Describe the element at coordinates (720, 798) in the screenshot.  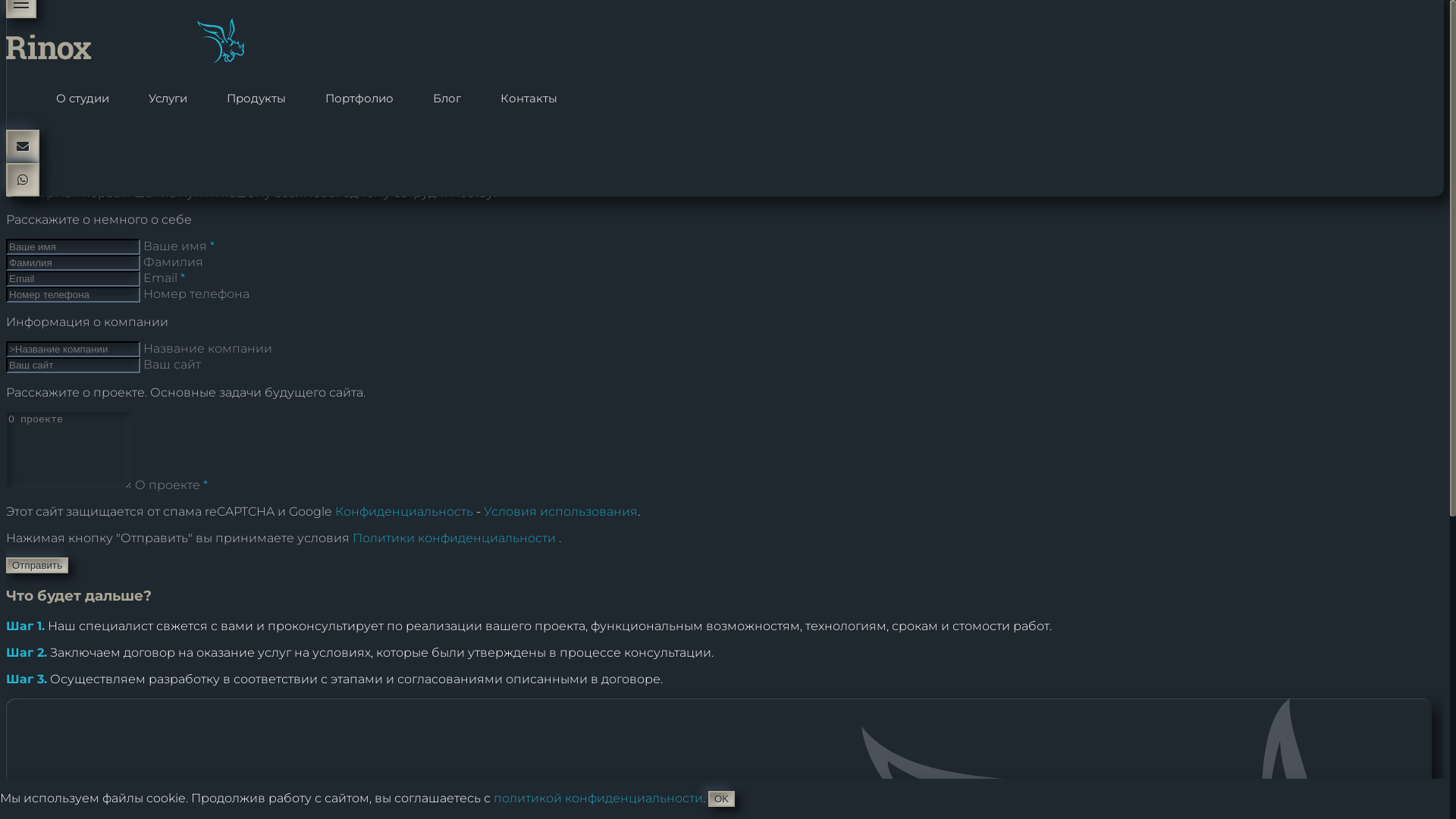
I see `'OK'` at that location.